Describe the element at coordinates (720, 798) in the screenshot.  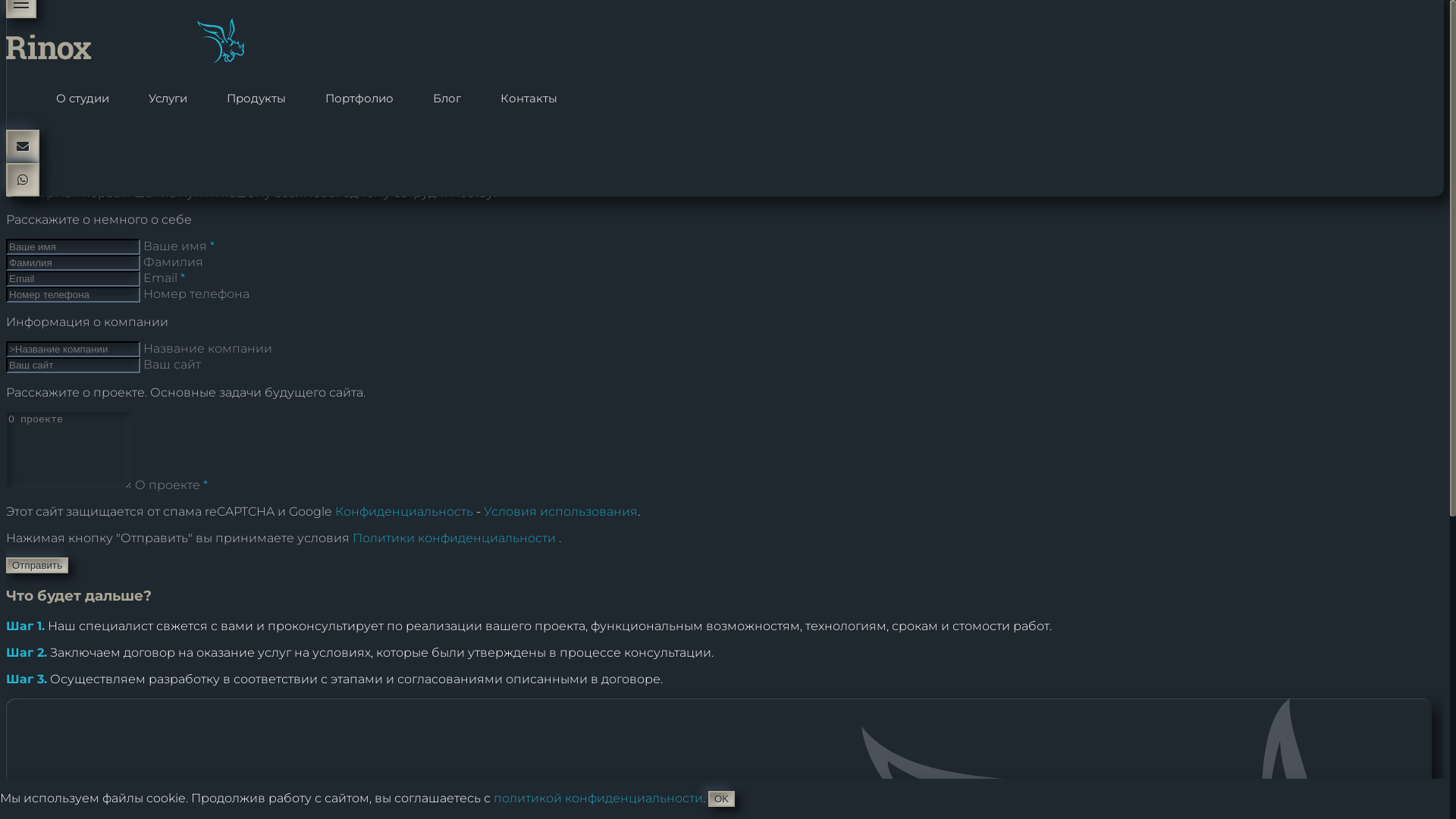
I see `'OK'` at that location.